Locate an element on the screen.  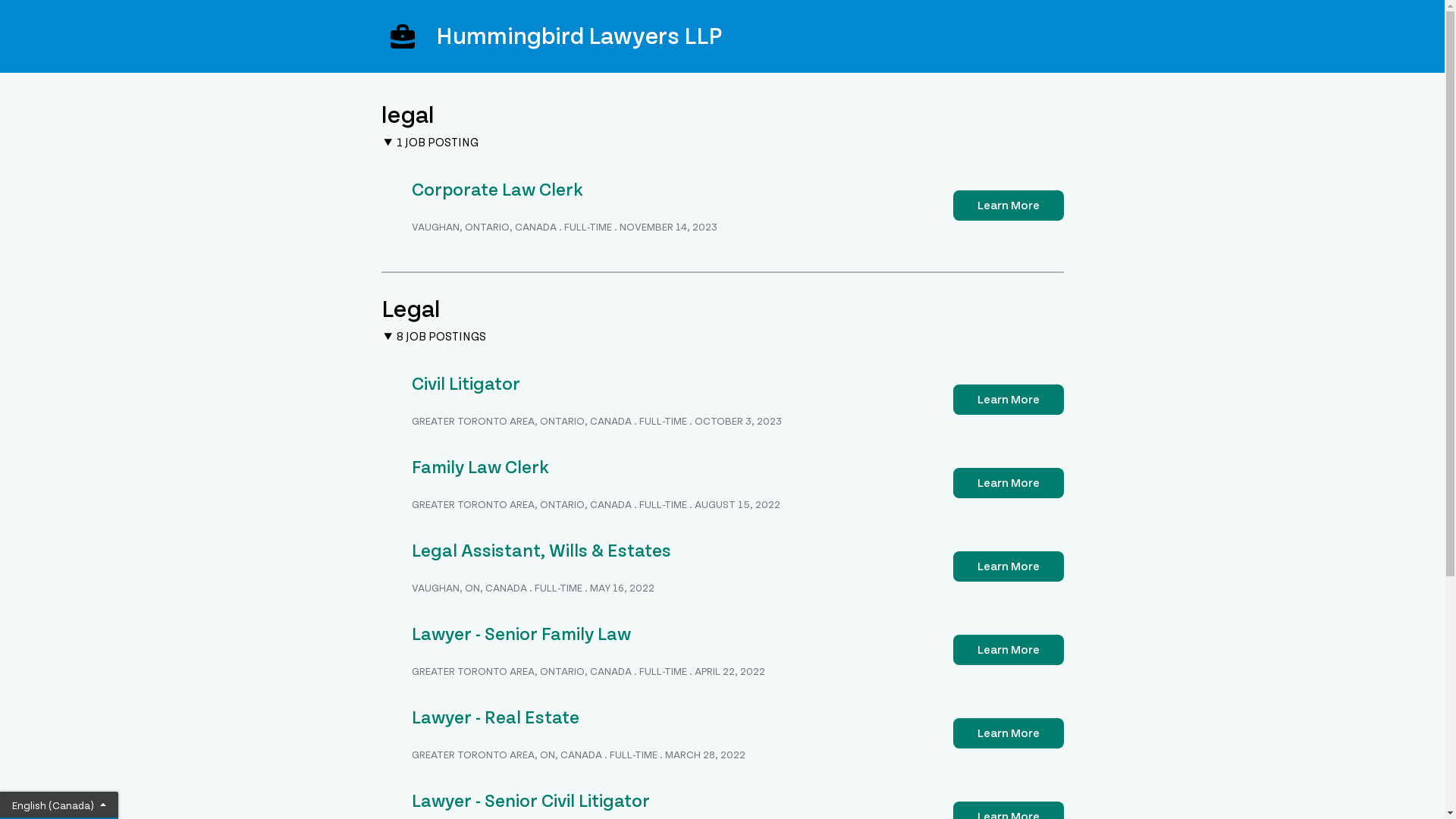
'Lawyer - Real Estate' is located at coordinates (411, 717).